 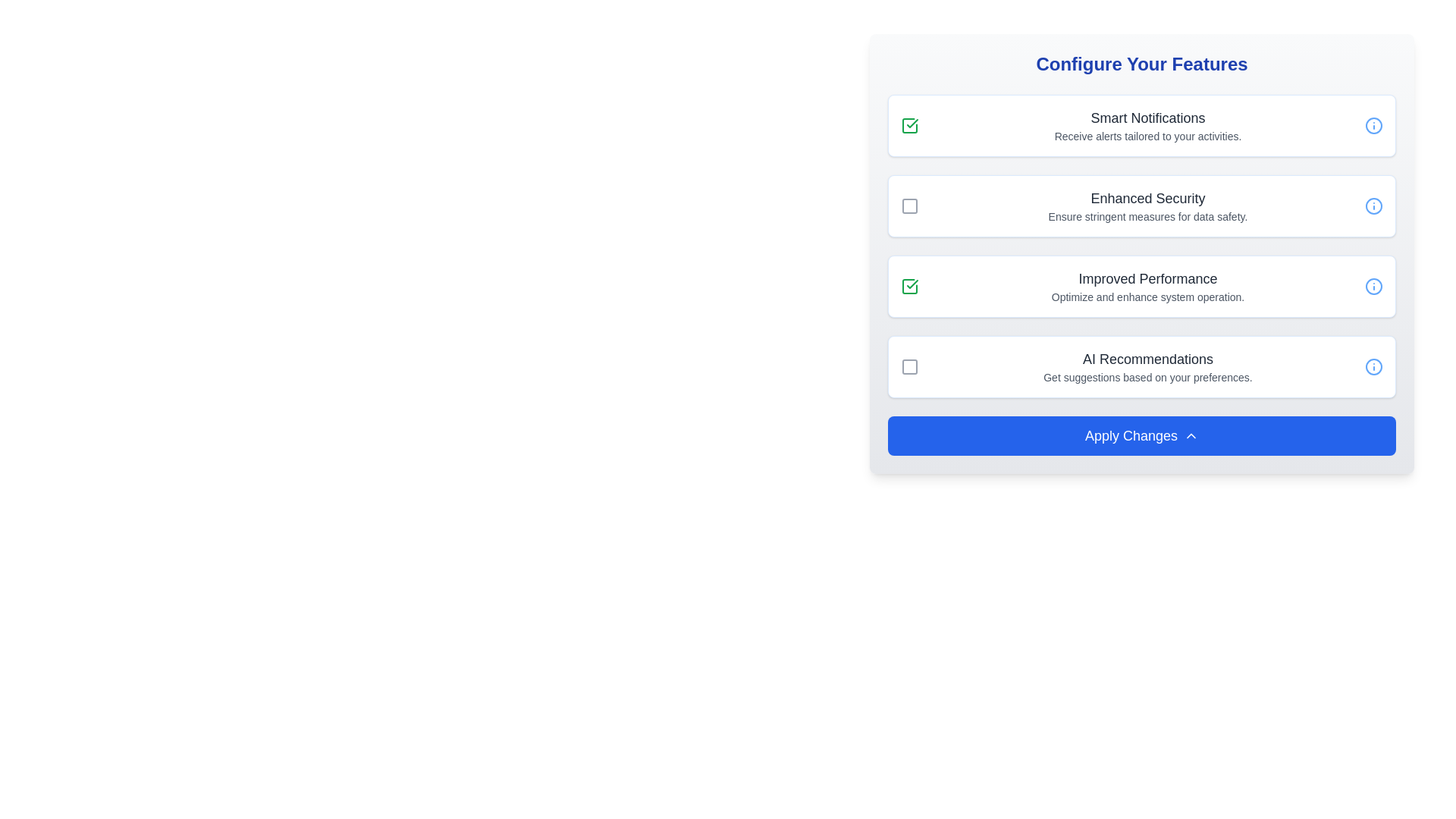 What do you see at coordinates (1142, 206) in the screenshot?
I see `the checkbox in the 'Enhanced Security' feature option section` at bounding box center [1142, 206].